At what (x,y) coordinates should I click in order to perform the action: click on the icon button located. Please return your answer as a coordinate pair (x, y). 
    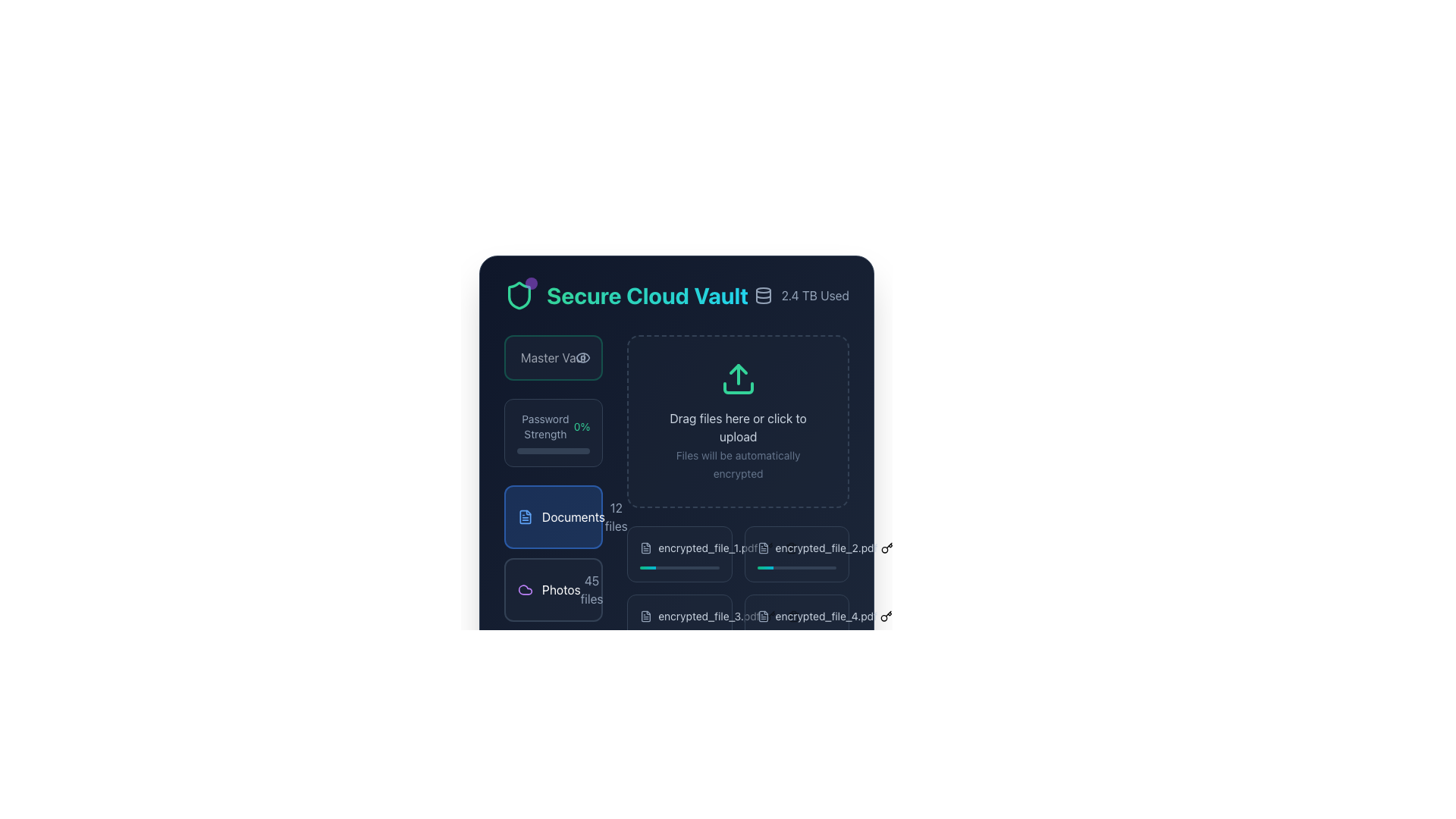
    Looking at the image, I should click on (769, 617).